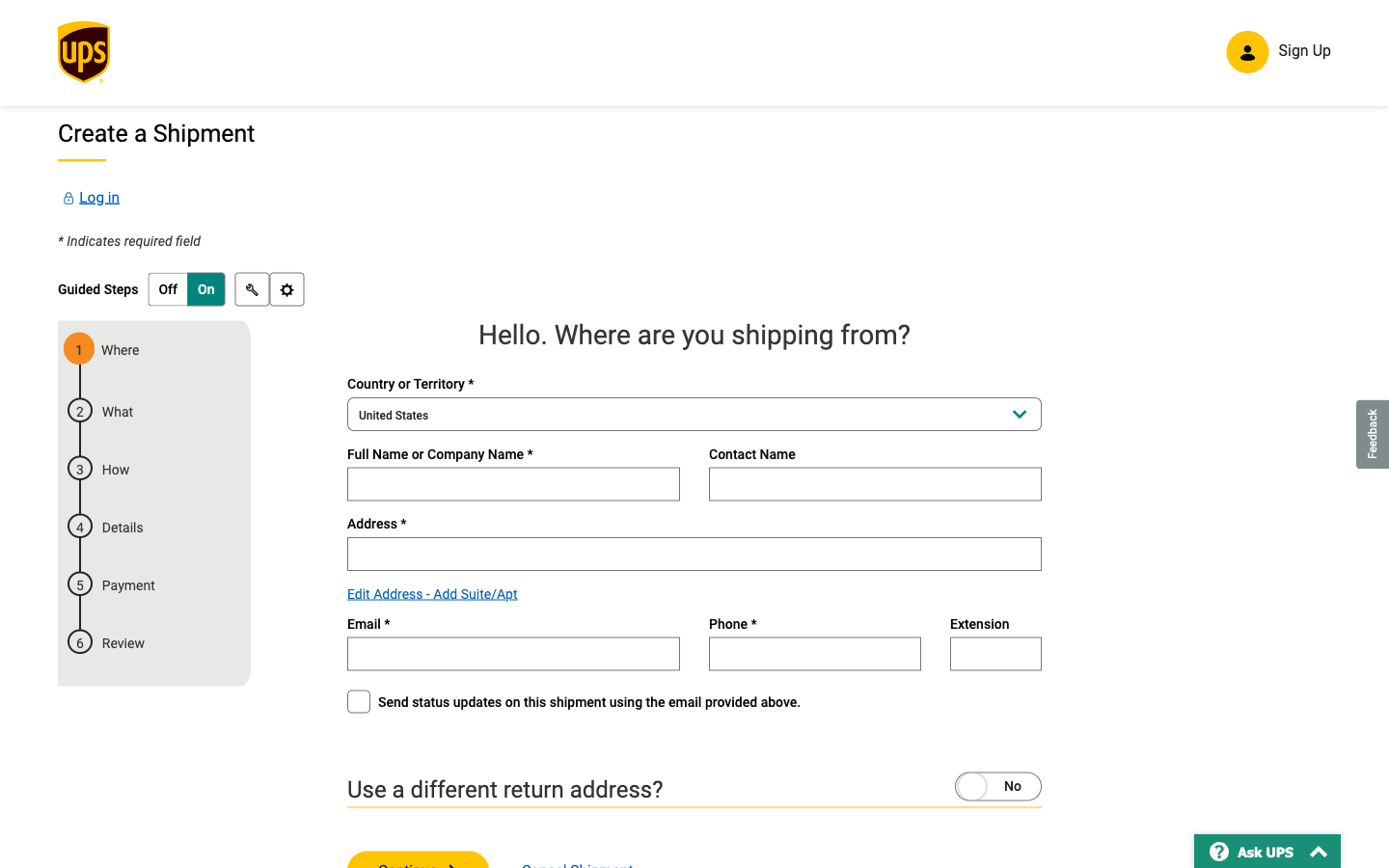 The height and width of the screenshot is (868, 1389). What do you see at coordinates (1267, 851) in the screenshot?
I see `Use "Ask UPS" to navigate to the "frequently_asked_questions" section` at bounding box center [1267, 851].